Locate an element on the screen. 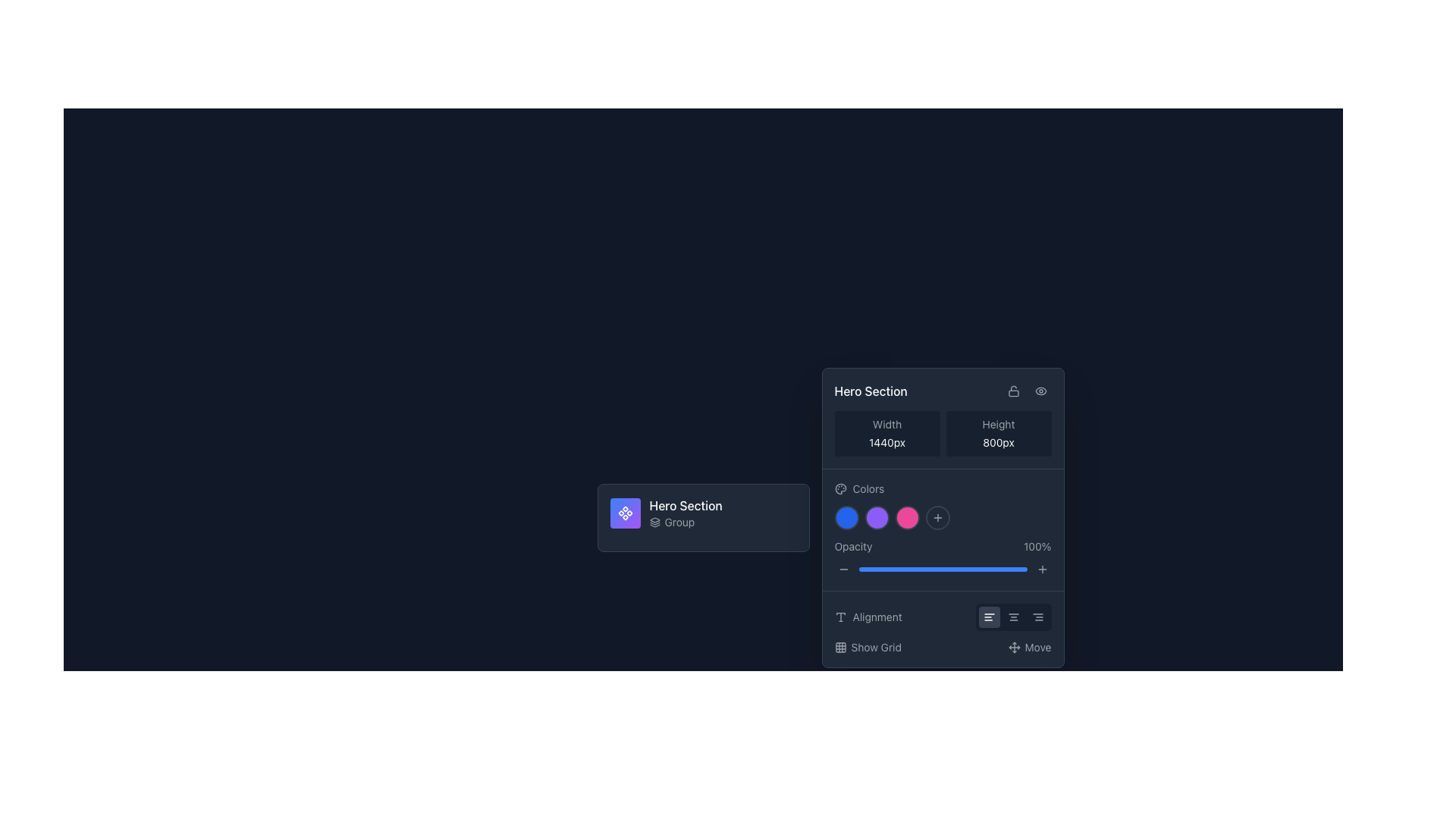  the Text label indicating the context of the value '1440px', which is located above the width measurement and adjacent to the 'Height' label is located at coordinates (887, 424).